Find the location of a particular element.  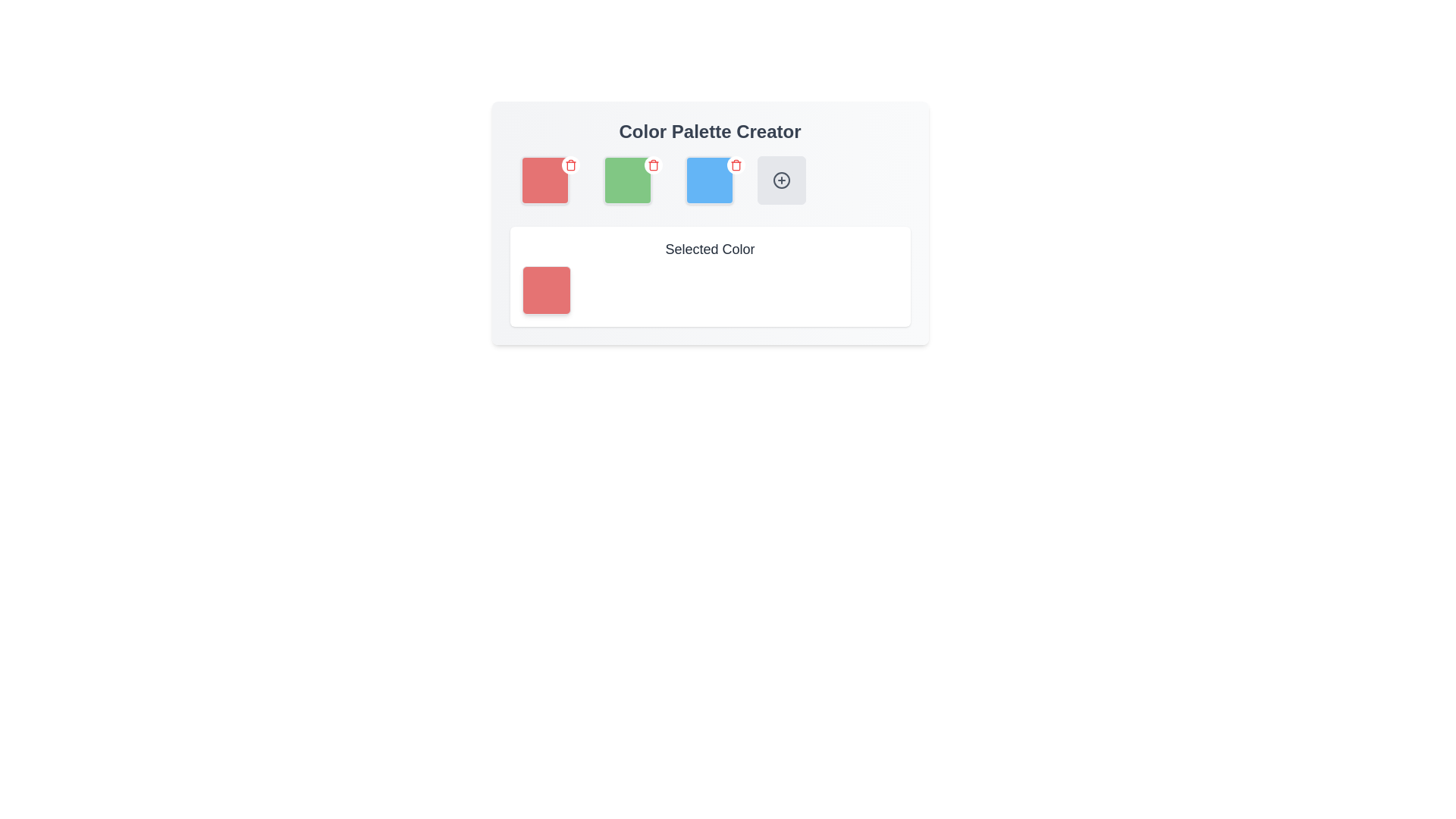

the gray circular icon with a '+' sign is located at coordinates (781, 180).